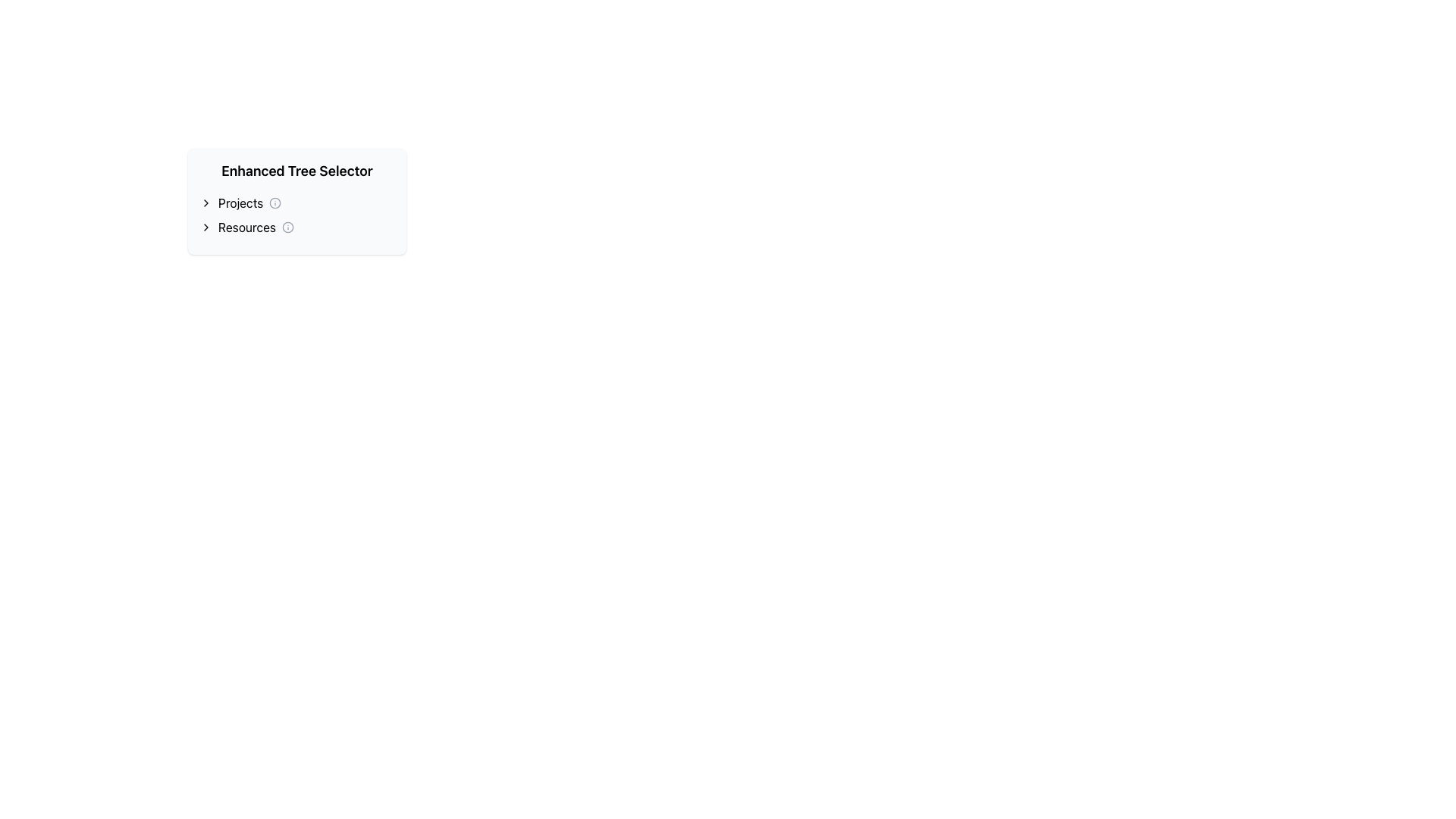  I want to click on the 'Projects' Tree Node Selector element, so click(297, 202).